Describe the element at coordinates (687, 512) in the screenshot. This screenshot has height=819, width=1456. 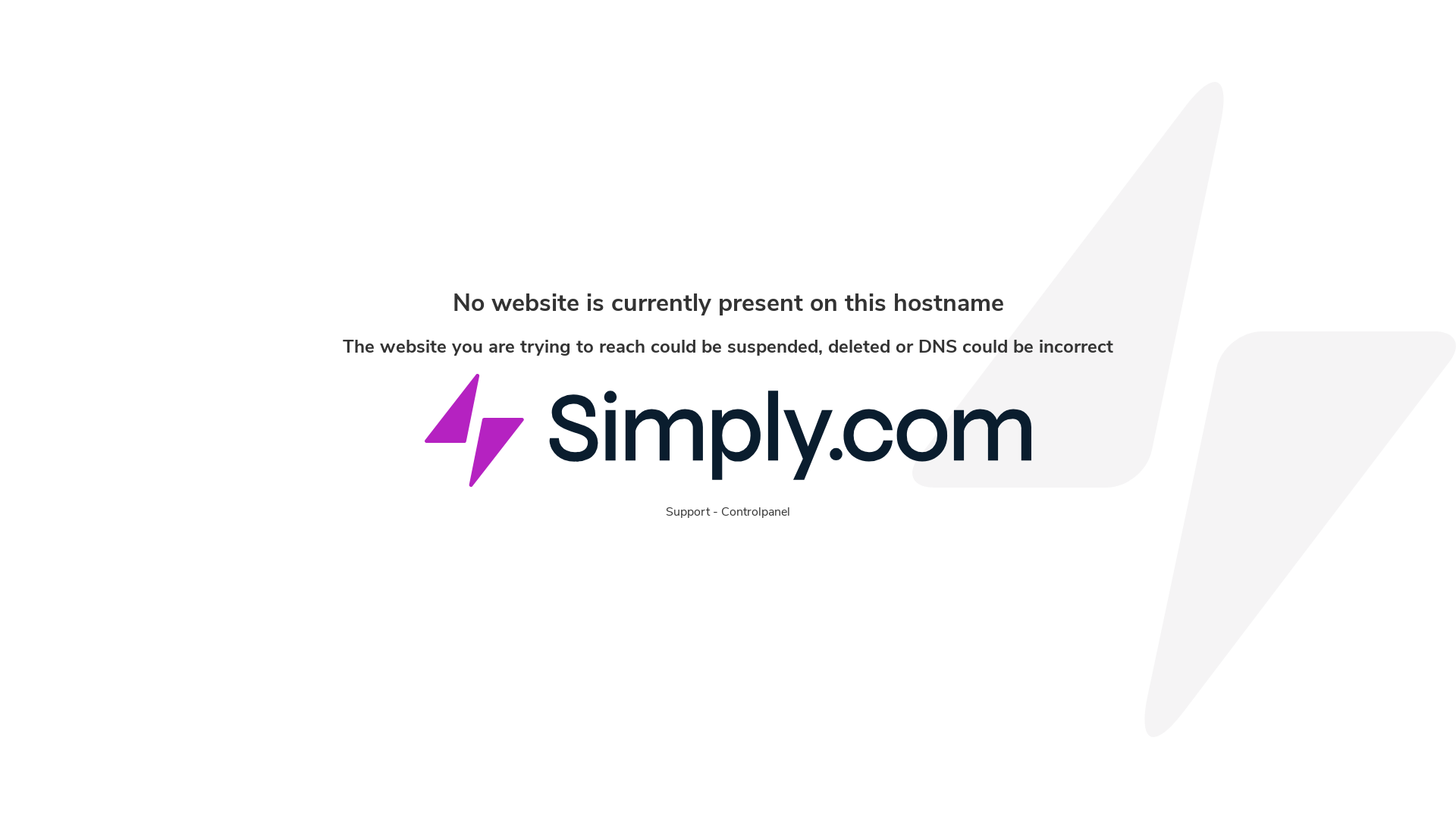
I see `'Support'` at that location.